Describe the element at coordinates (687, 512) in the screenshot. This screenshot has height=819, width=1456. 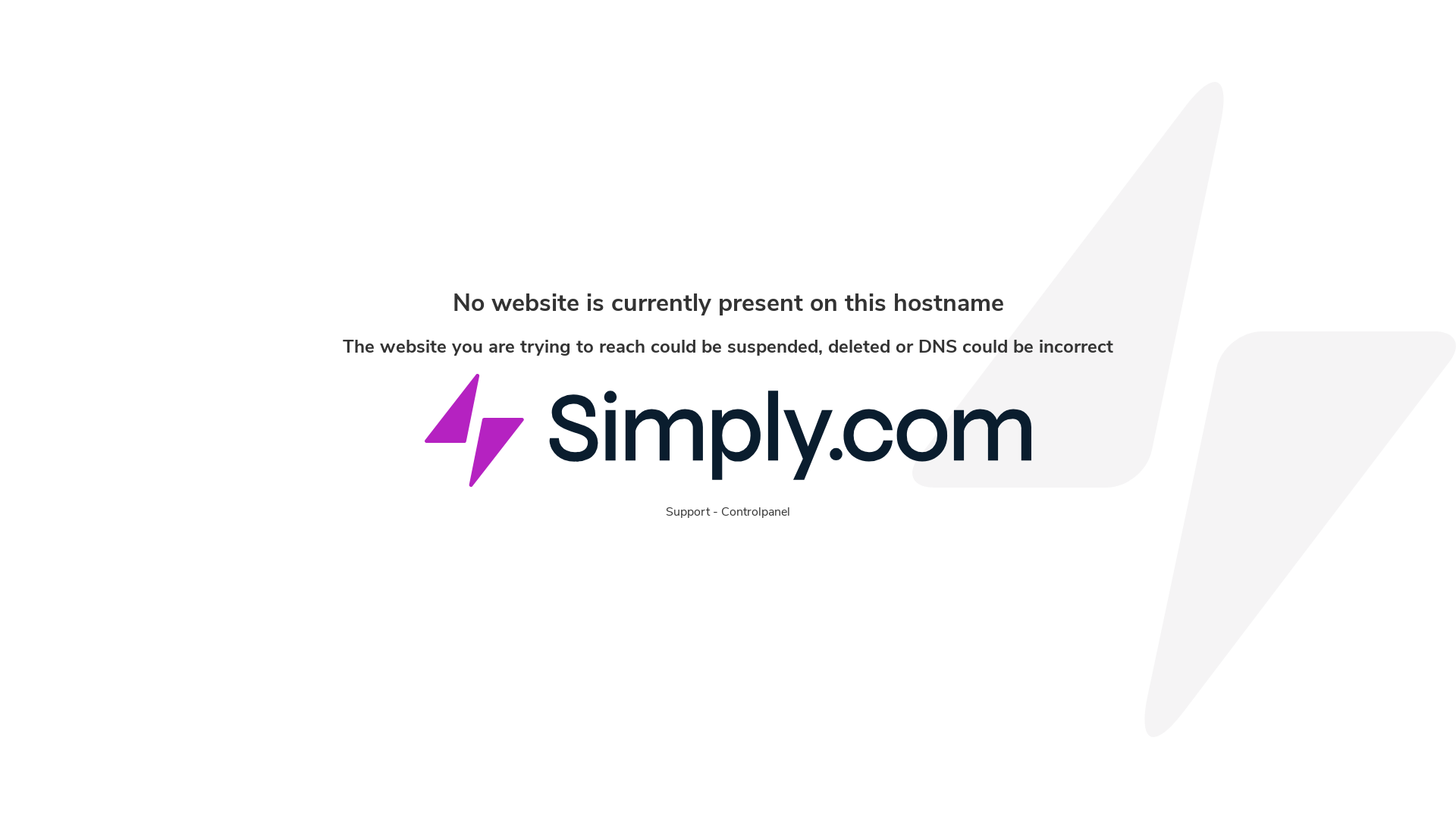
I see `'Support'` at that location.